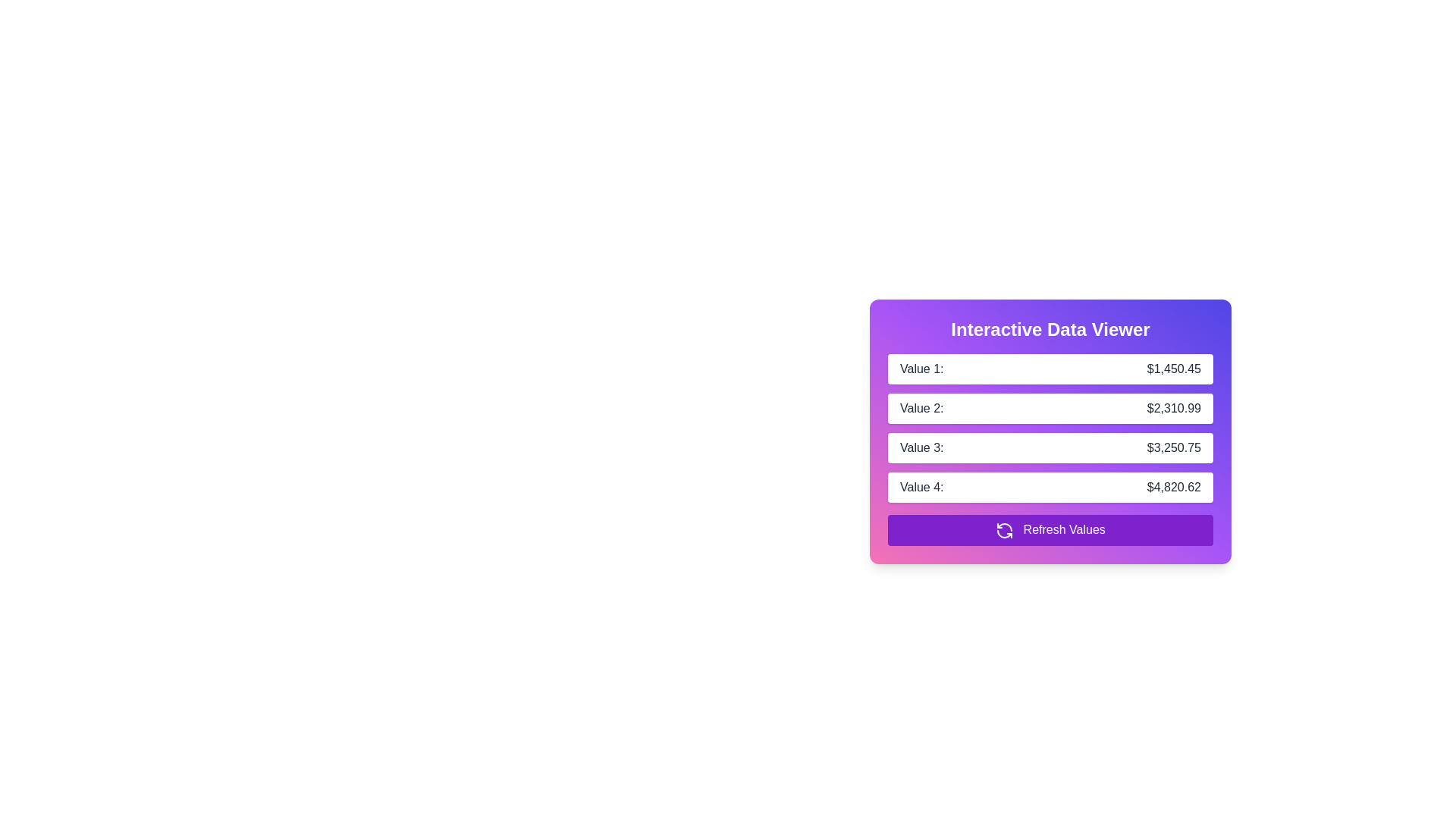 The width and height of the screenshot is (1456, 819). Describe the element at coordinates (921, 488) in the screenshot. I see `the text label displaying 'Value 4:' which is part of the 'Interactive Data Viewer' panel layout` at that location.